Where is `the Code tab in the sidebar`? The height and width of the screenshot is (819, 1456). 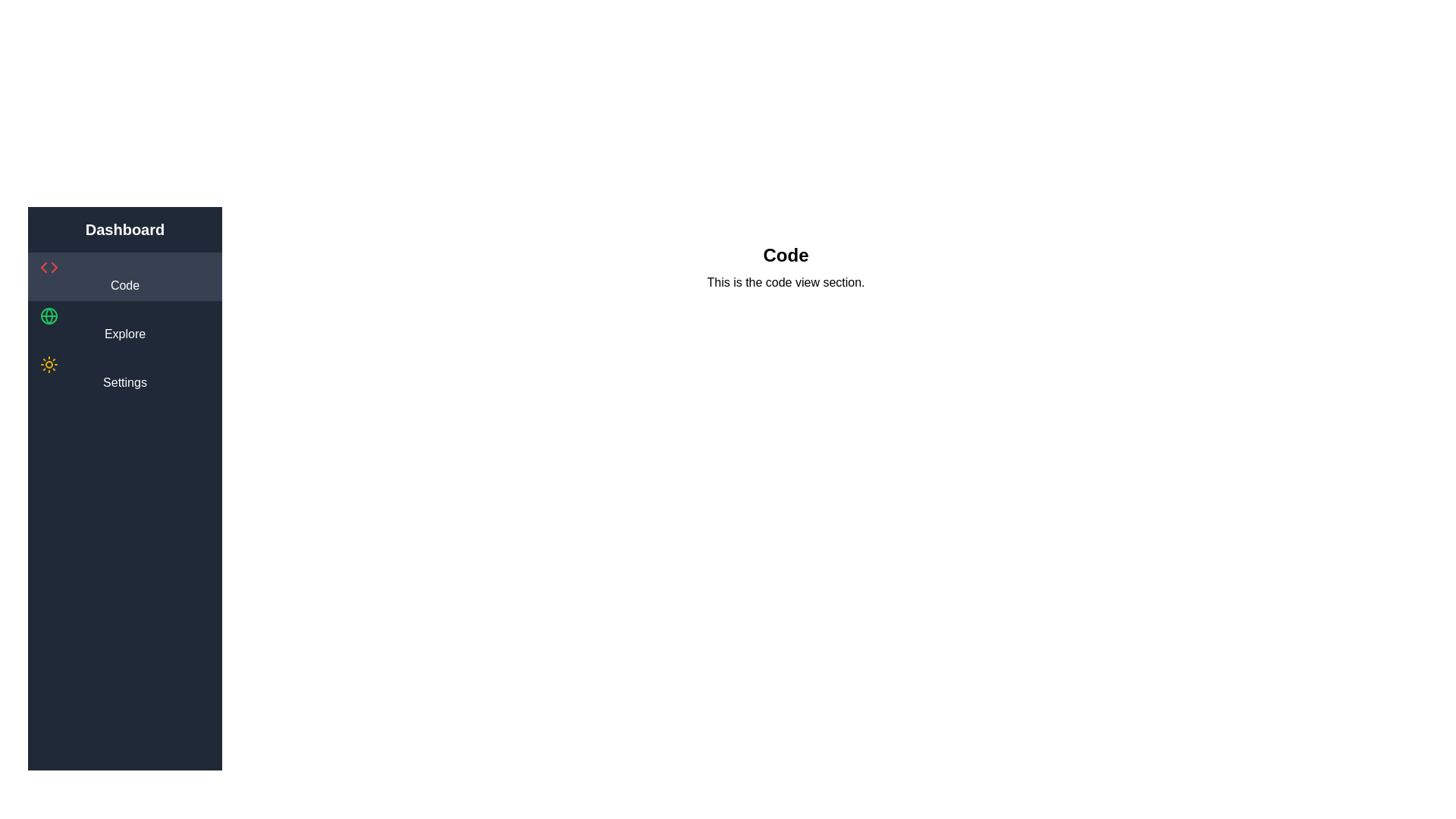 the Code tab in the sidebar is located at coordinates (124, 277).